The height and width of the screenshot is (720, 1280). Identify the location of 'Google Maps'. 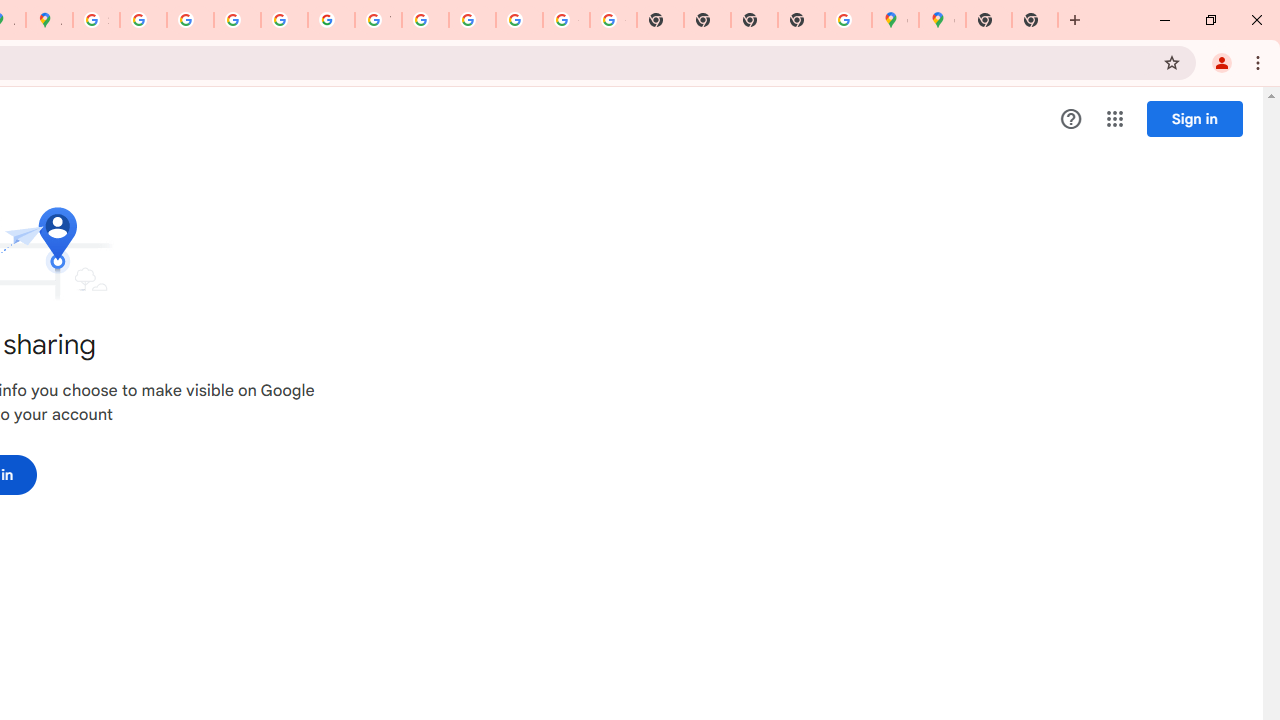
(941, 20).